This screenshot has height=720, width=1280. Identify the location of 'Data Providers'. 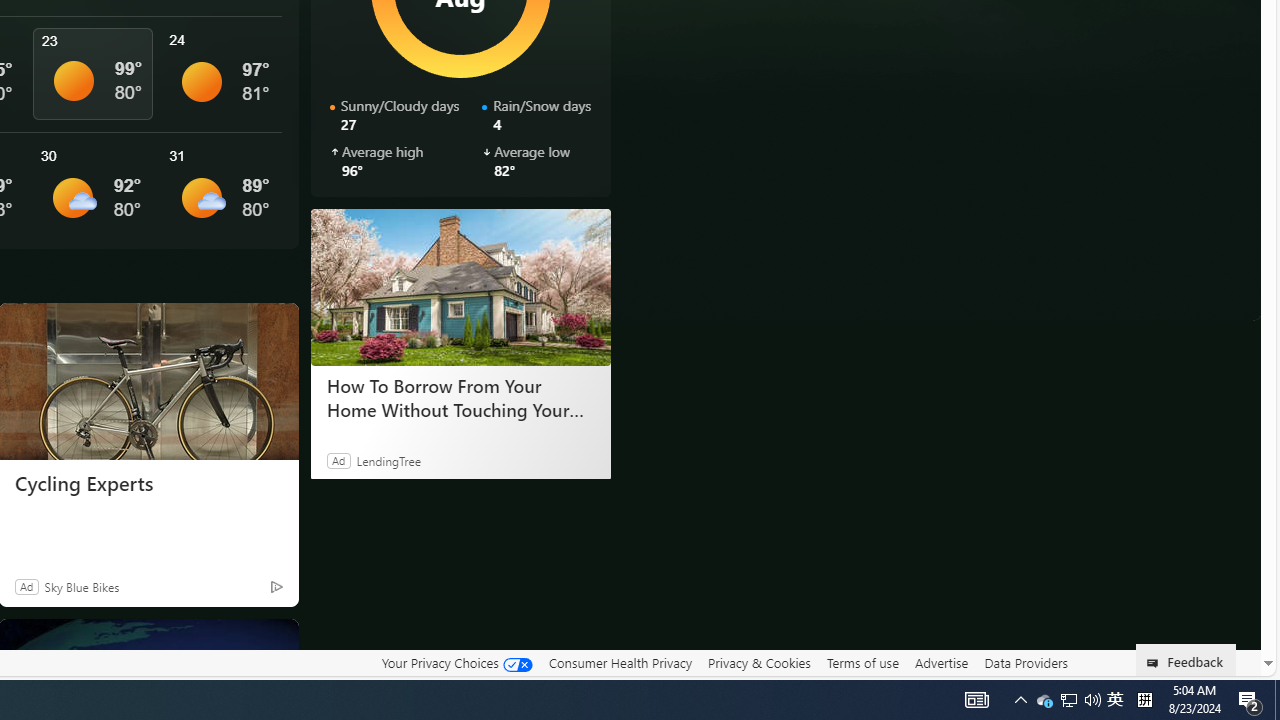
(1025, 662).